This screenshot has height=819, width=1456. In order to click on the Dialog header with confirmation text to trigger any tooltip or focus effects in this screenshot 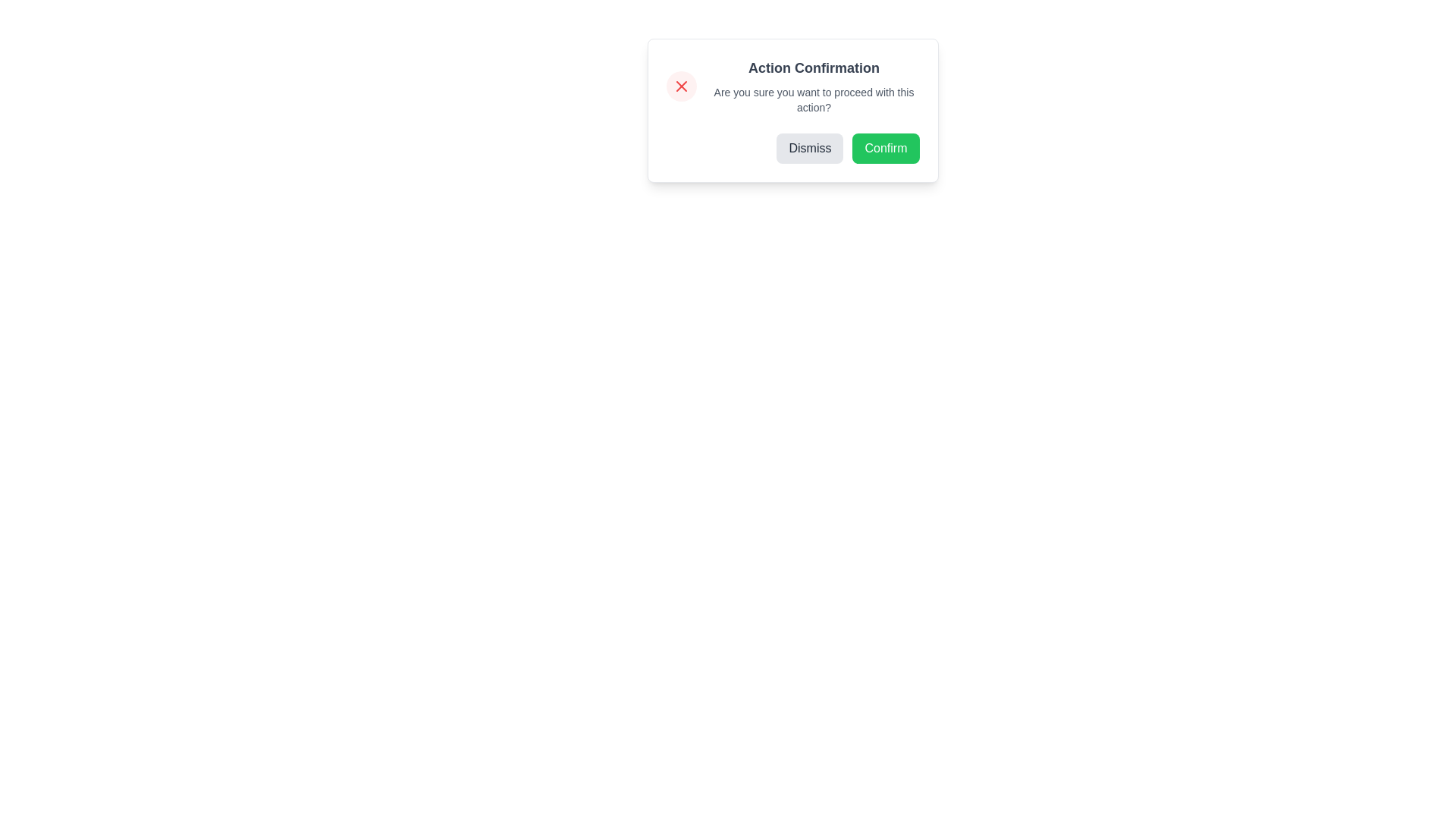, I will do `click(792, 86)`.